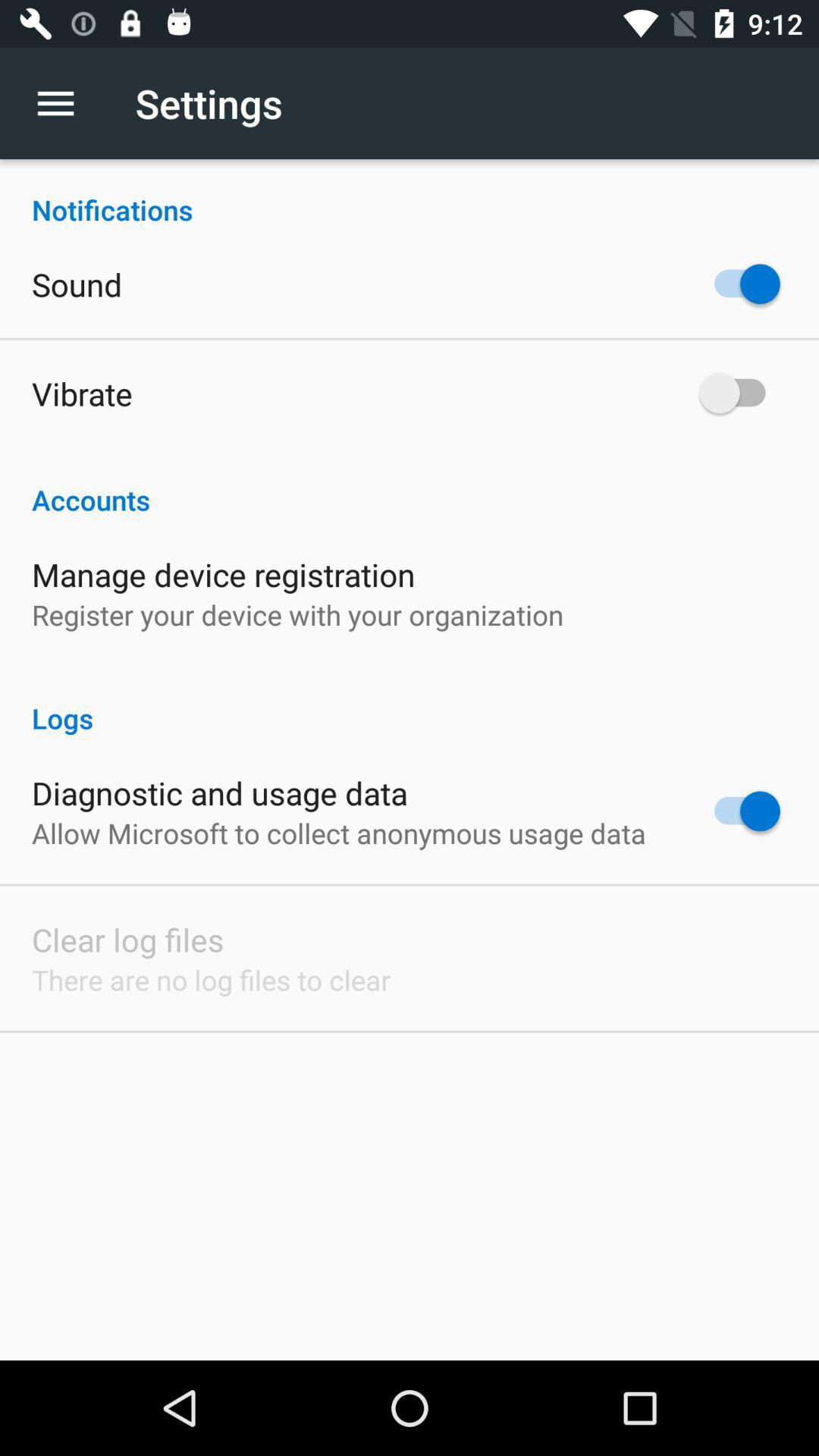 Image resolution: width=819 pixels, height=1456 pixels. Describe the element at coordinates (409, 483) in the screenshot. I see `the app above manage device registration icon` at that location.